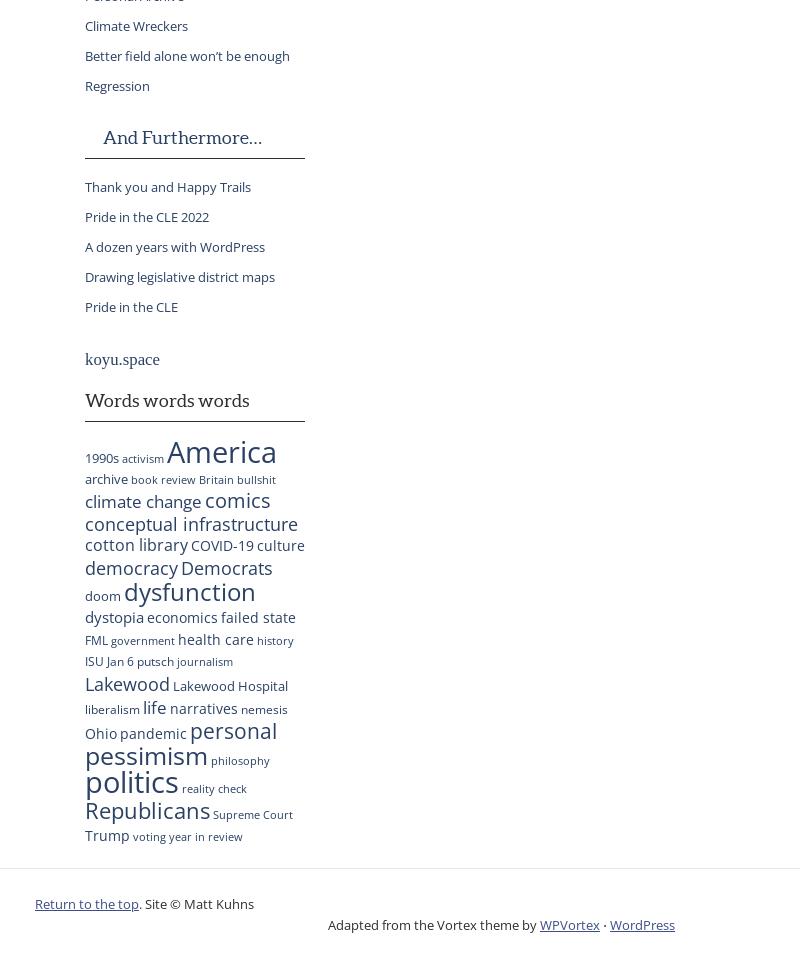 The width and height of the screenshot is (800, 959). What do you see at coordinates (181, 137) in the screenshot?
I see `'And Furthermore…'` at bounding box center [181, 137].